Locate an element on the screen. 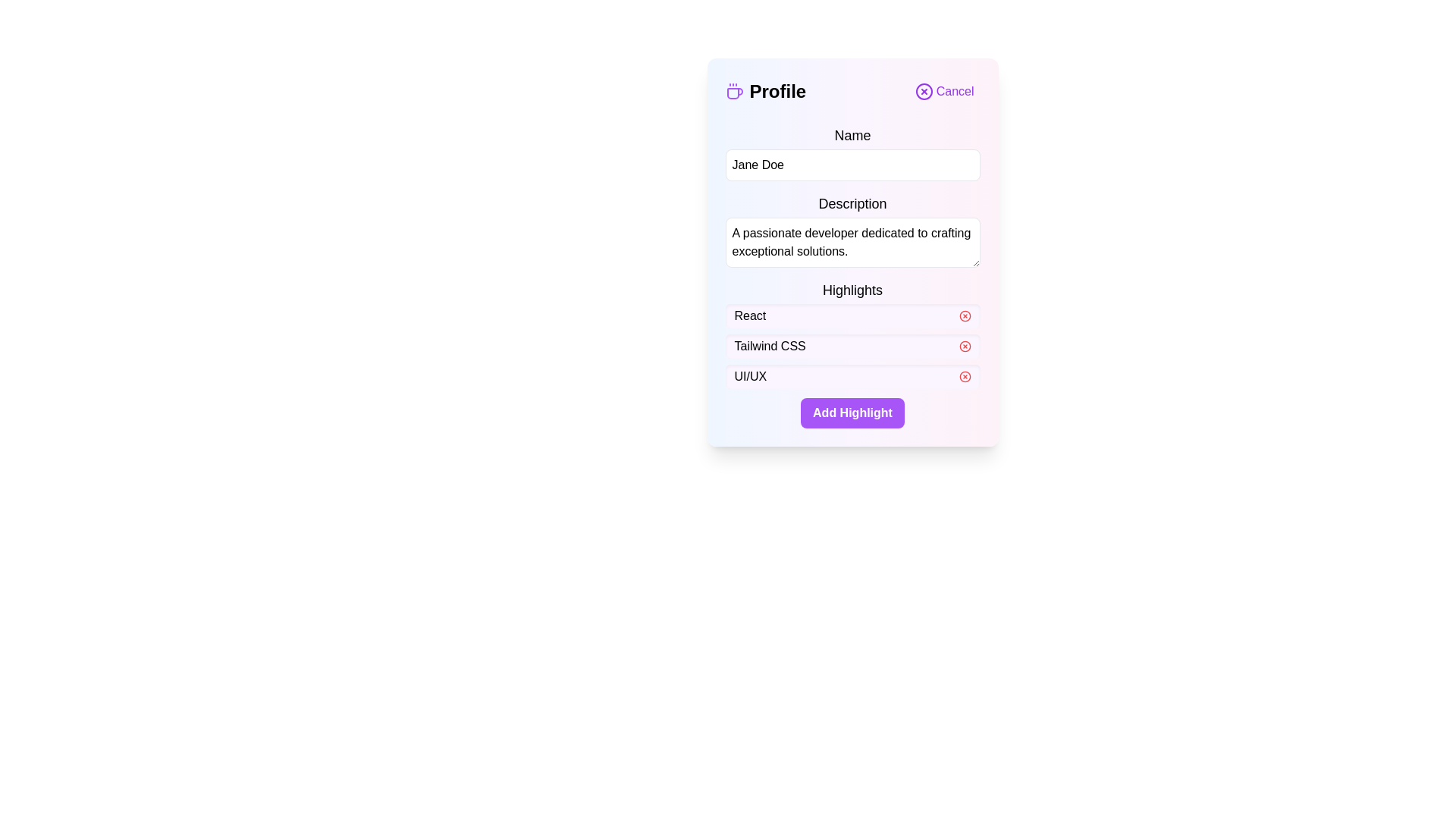 This screenshot has height=819, width=1456. the small red circular button with a white cross symbol, which represents a deletion action, located to the right of the 'UI/UX' text in the highlights section of the form is located at coordinates (964, 376).